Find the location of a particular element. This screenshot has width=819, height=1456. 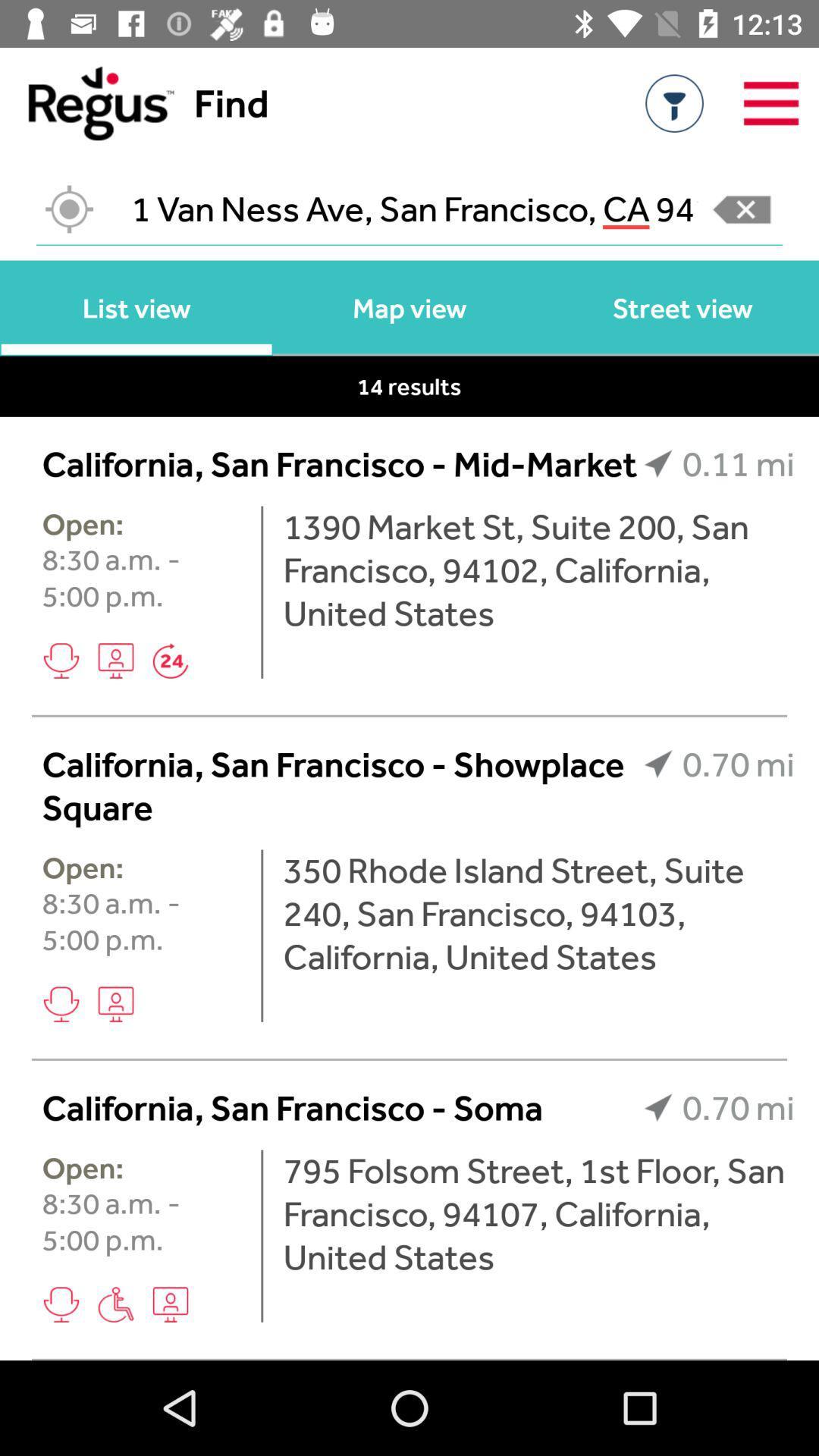

the item below the california san francisco is located at coordinates (261, 1236).